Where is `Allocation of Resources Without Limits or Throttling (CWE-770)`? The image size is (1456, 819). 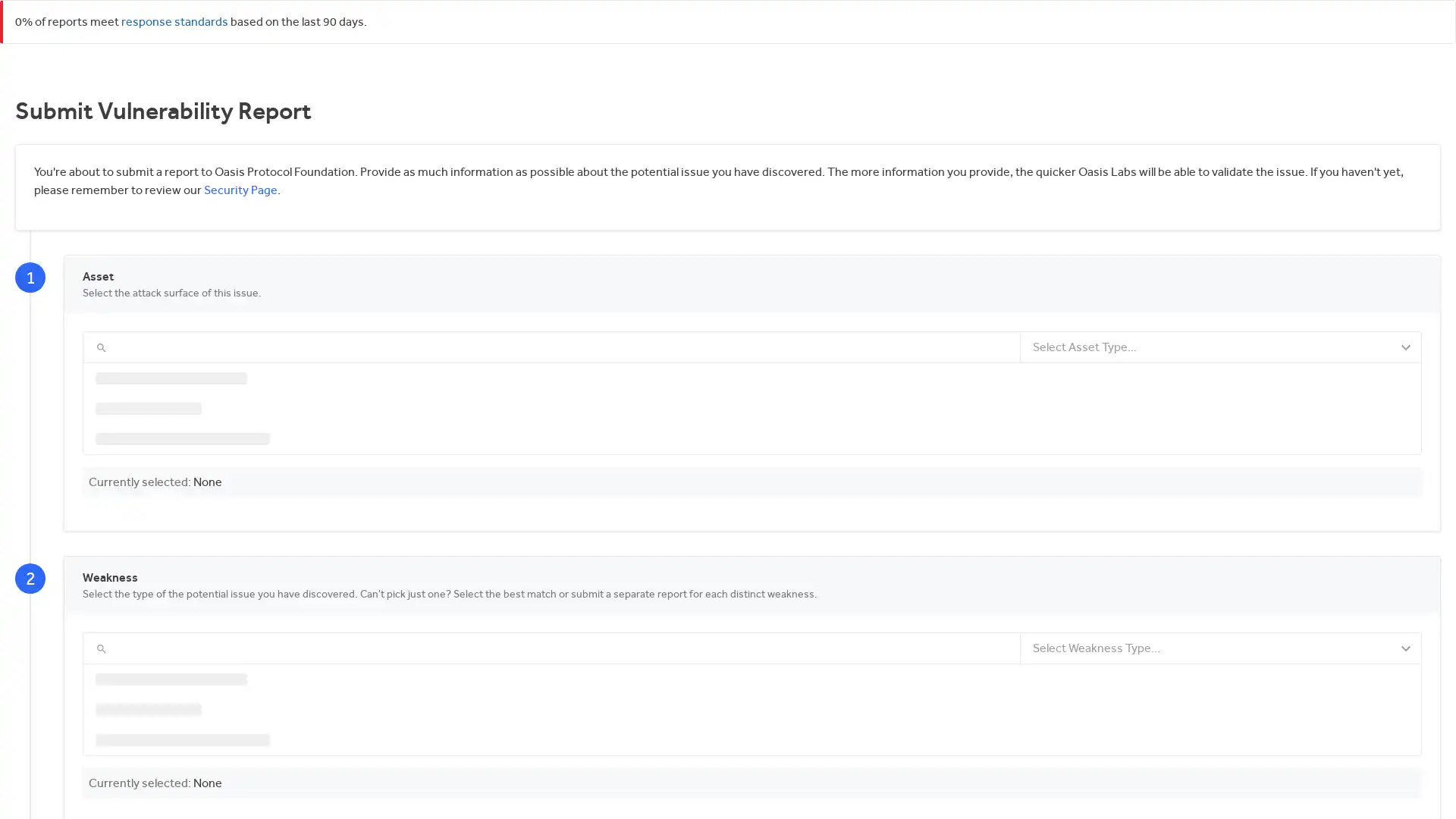
Allocation of Resources Without Limits or Throttling (CWE-770) is located at coordinates (752, 755).